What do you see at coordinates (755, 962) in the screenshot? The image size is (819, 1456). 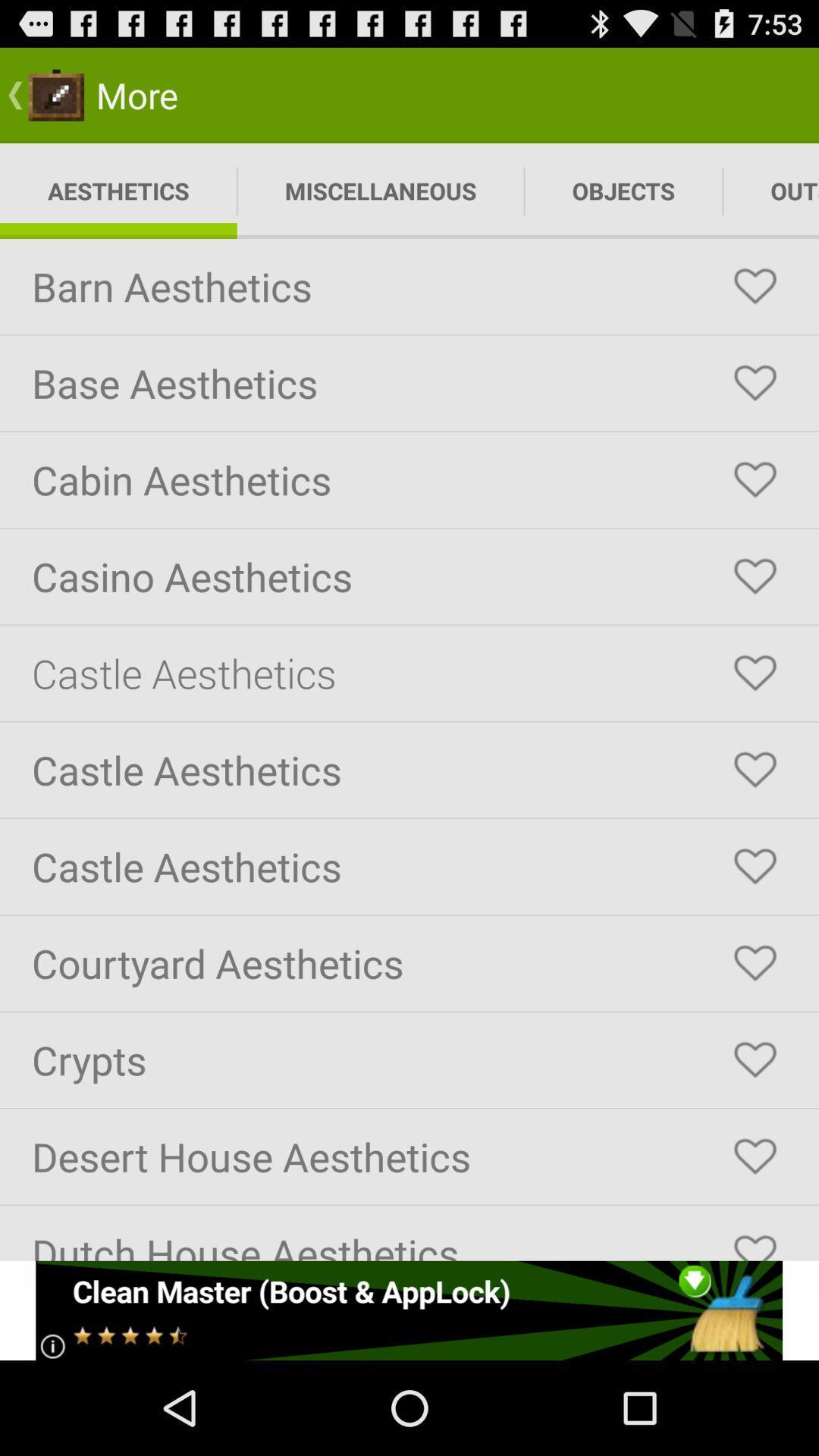 I see `courtyard aesthetics` at bounding box center [755, 962].